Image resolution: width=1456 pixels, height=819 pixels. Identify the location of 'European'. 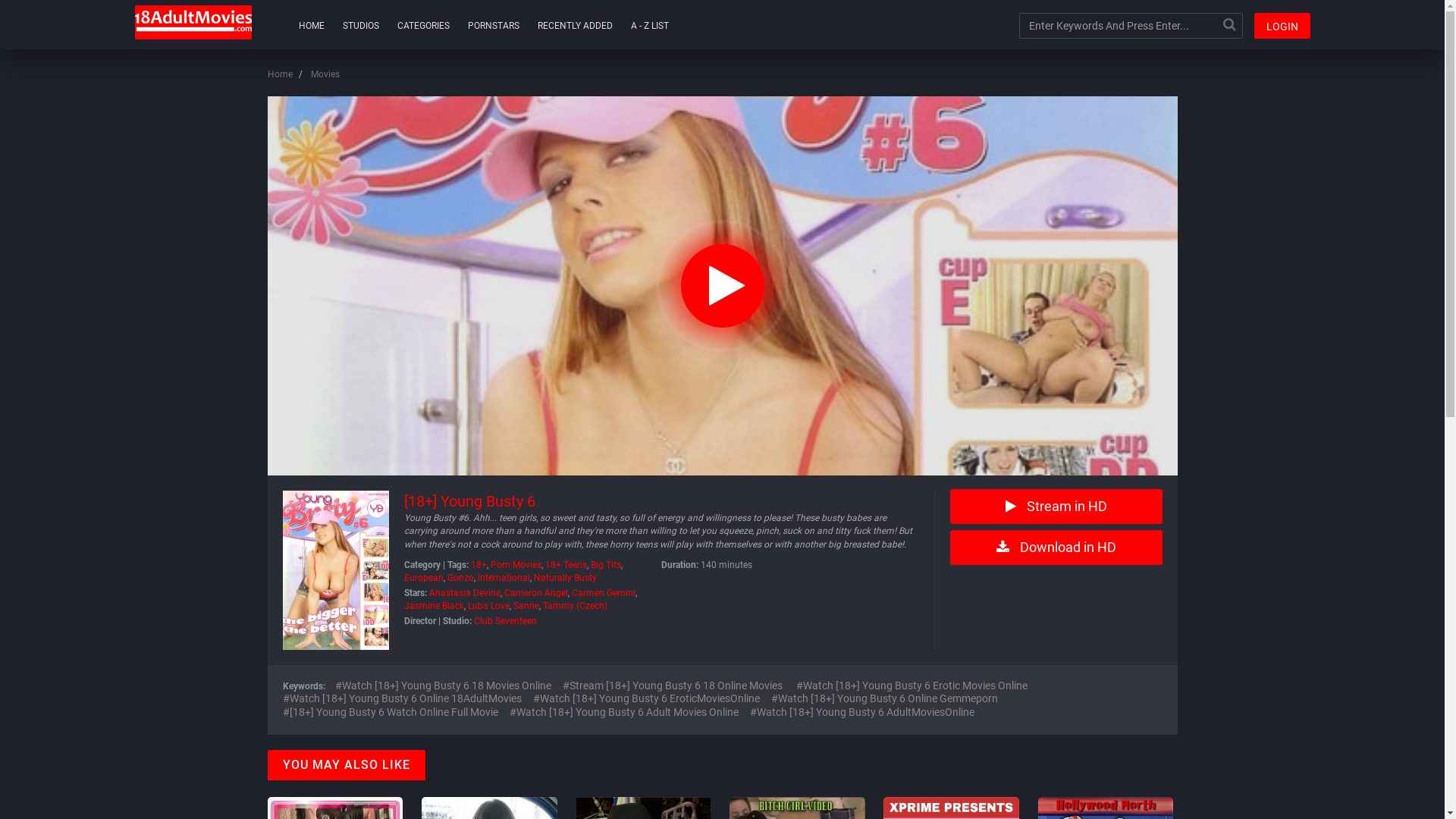
(403, 578).